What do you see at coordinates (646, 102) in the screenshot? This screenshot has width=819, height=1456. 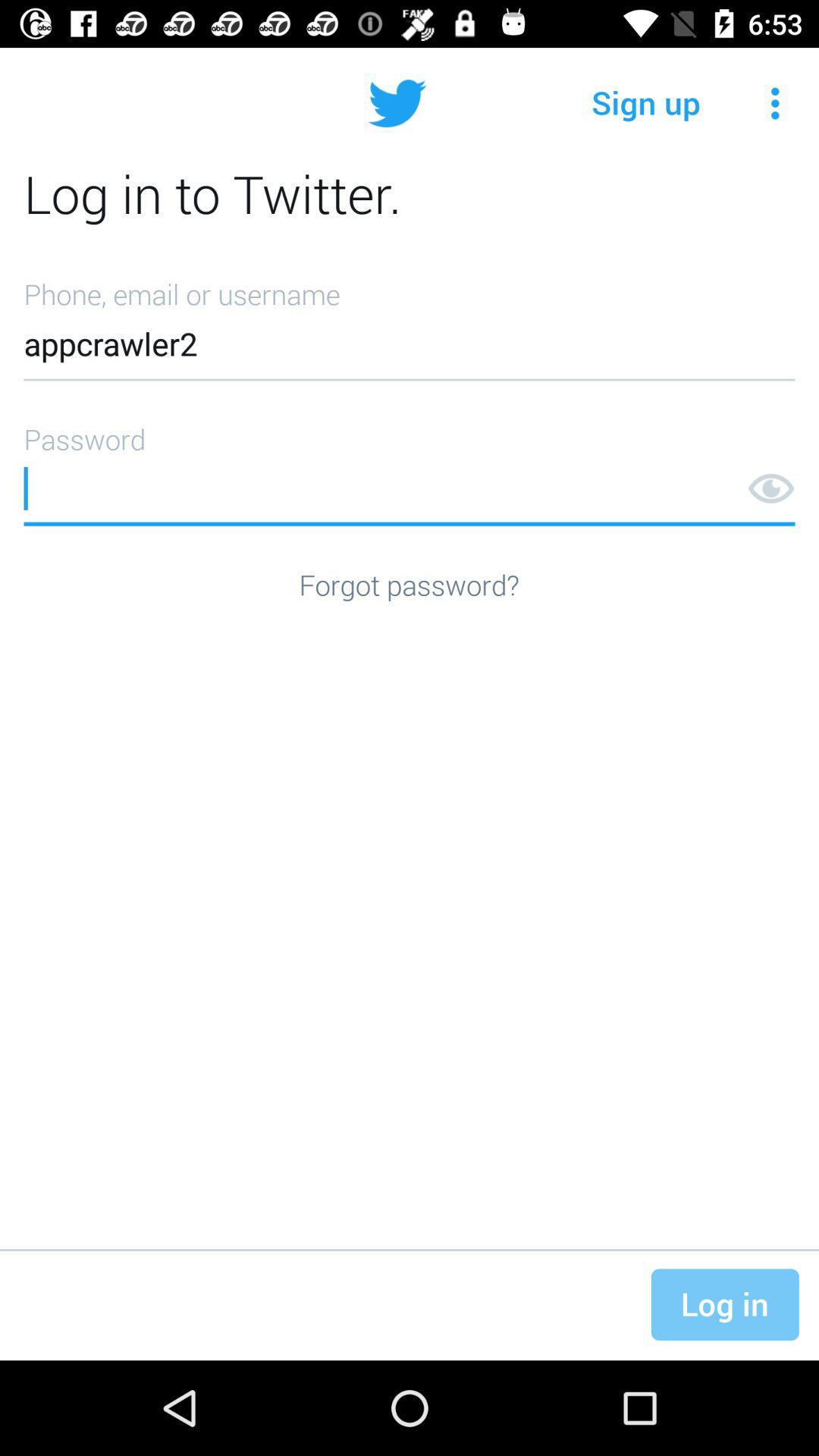 I see `the sign up` at bounding box center [646, 102].